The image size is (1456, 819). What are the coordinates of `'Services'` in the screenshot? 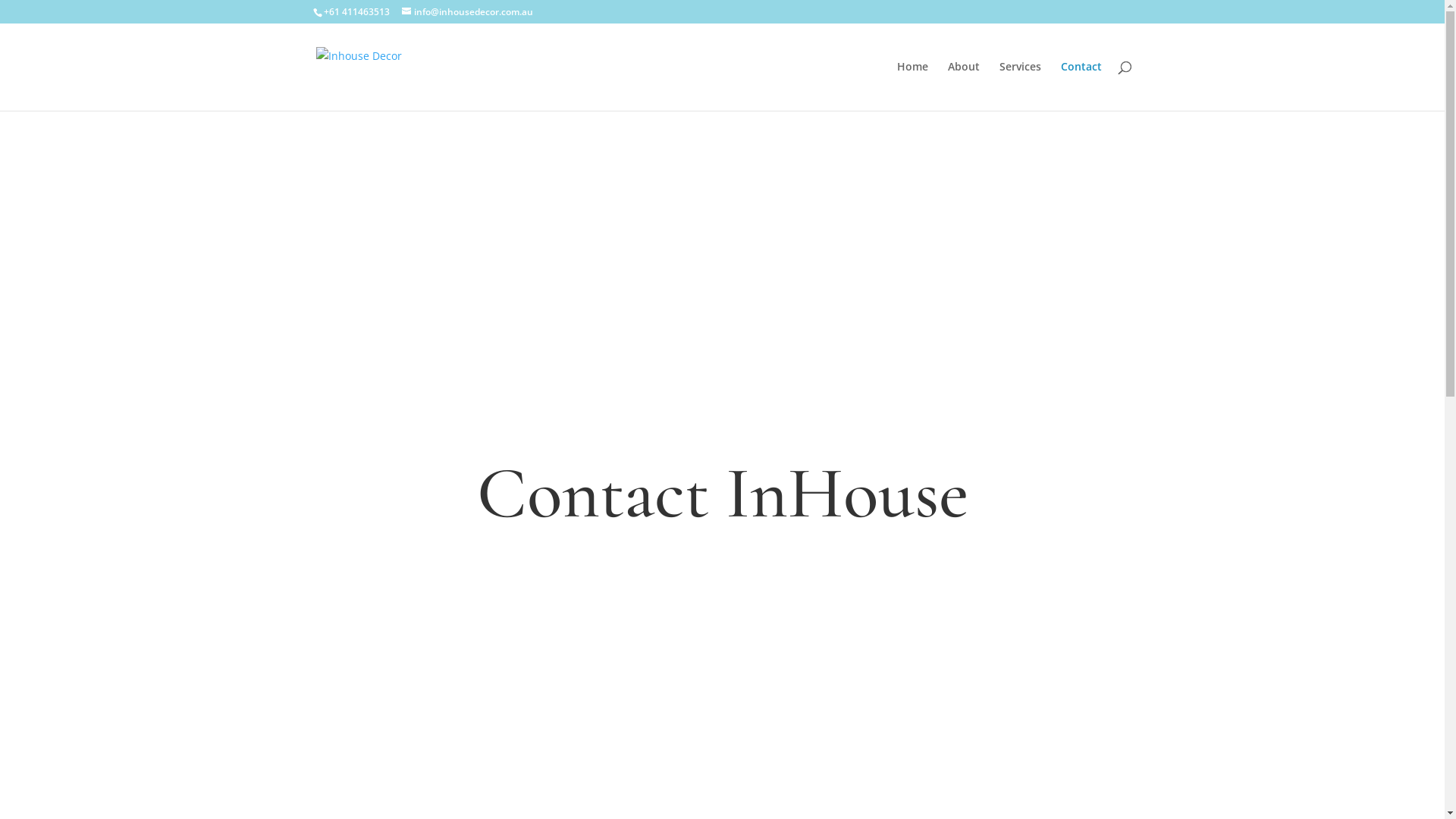 It's located at (1020, 86).